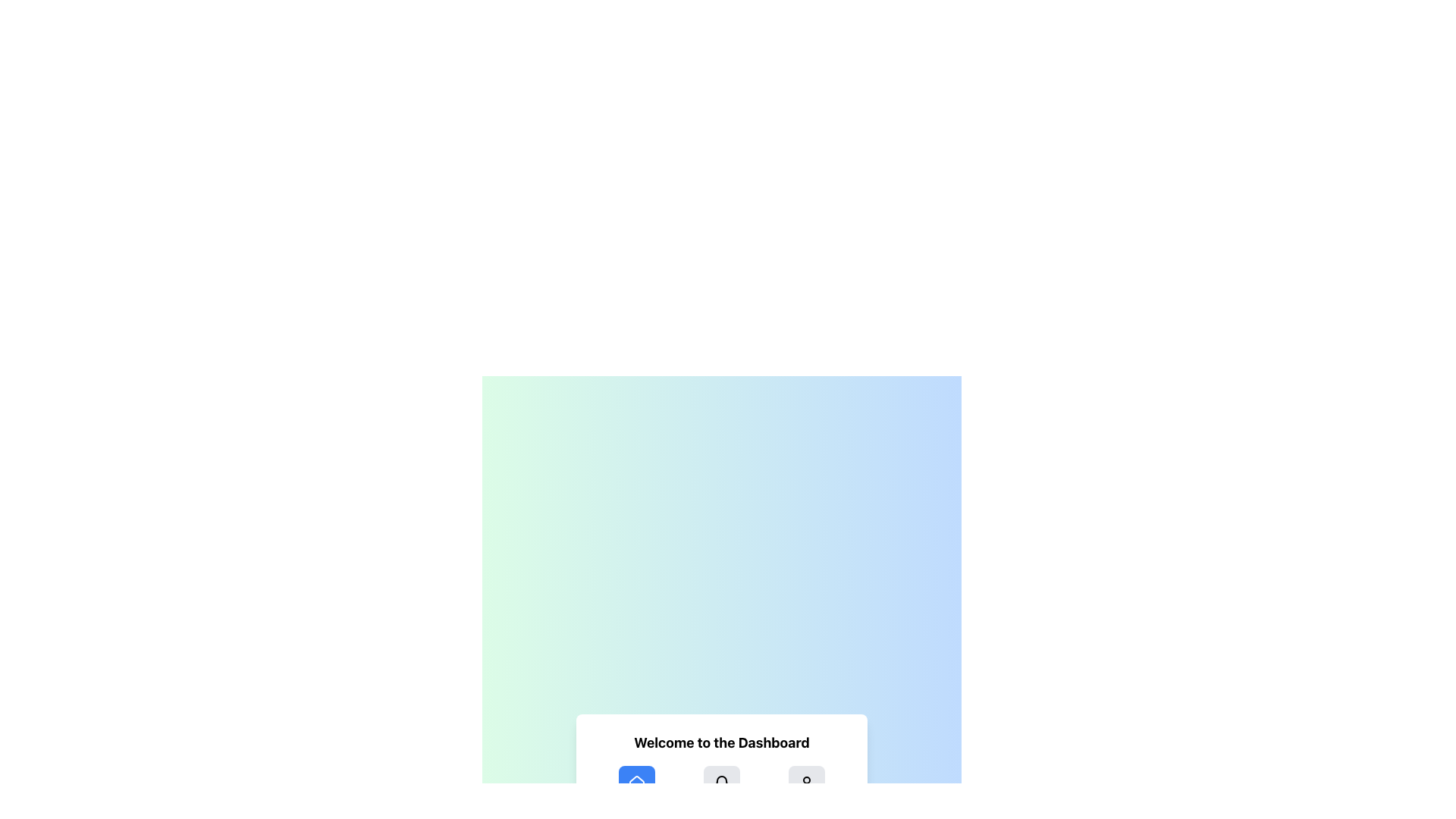 The width and height of the screenshot is (1456, 819). Describe the element at coordinates (720, 783) in the screenshot. I see `the notification icon located centrally within the rounded rectangular button with a light gray background` at that location.